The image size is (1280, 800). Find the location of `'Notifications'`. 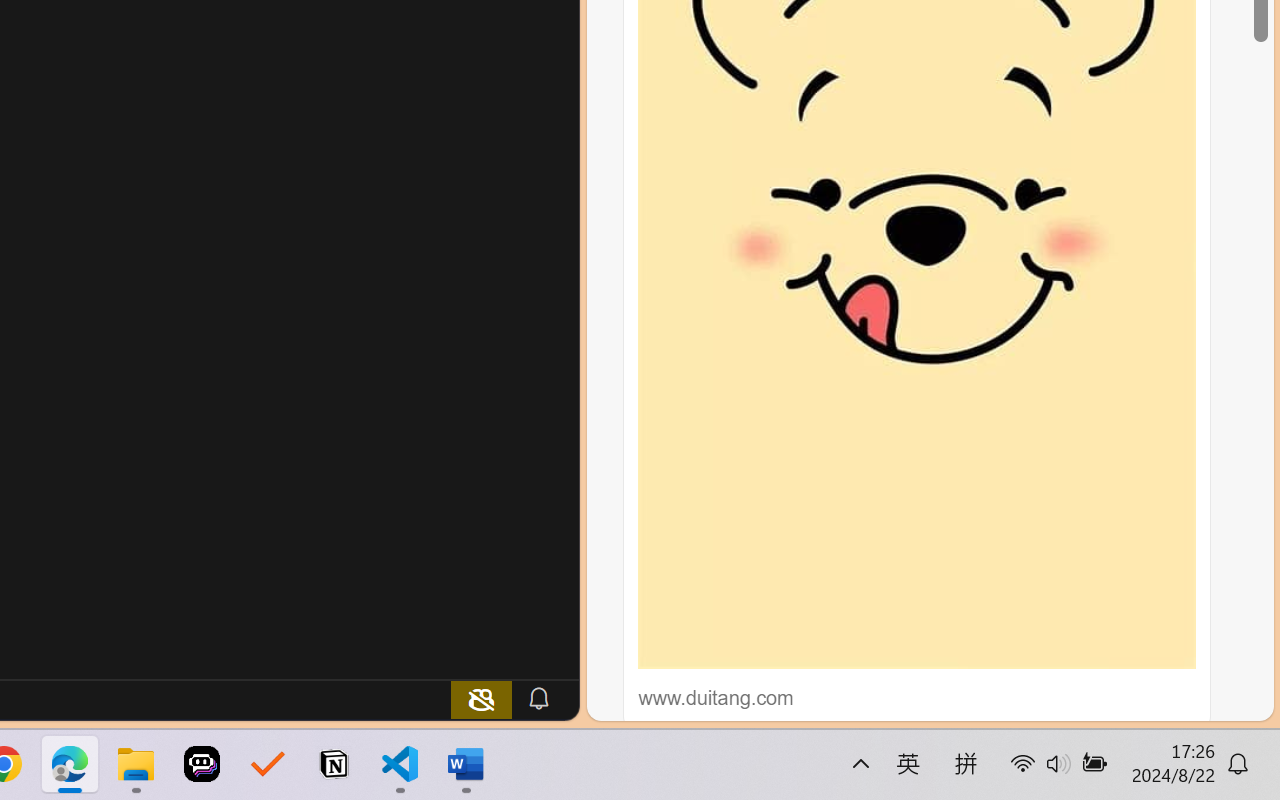

'Notifications' is located at coordinates (538, 698).